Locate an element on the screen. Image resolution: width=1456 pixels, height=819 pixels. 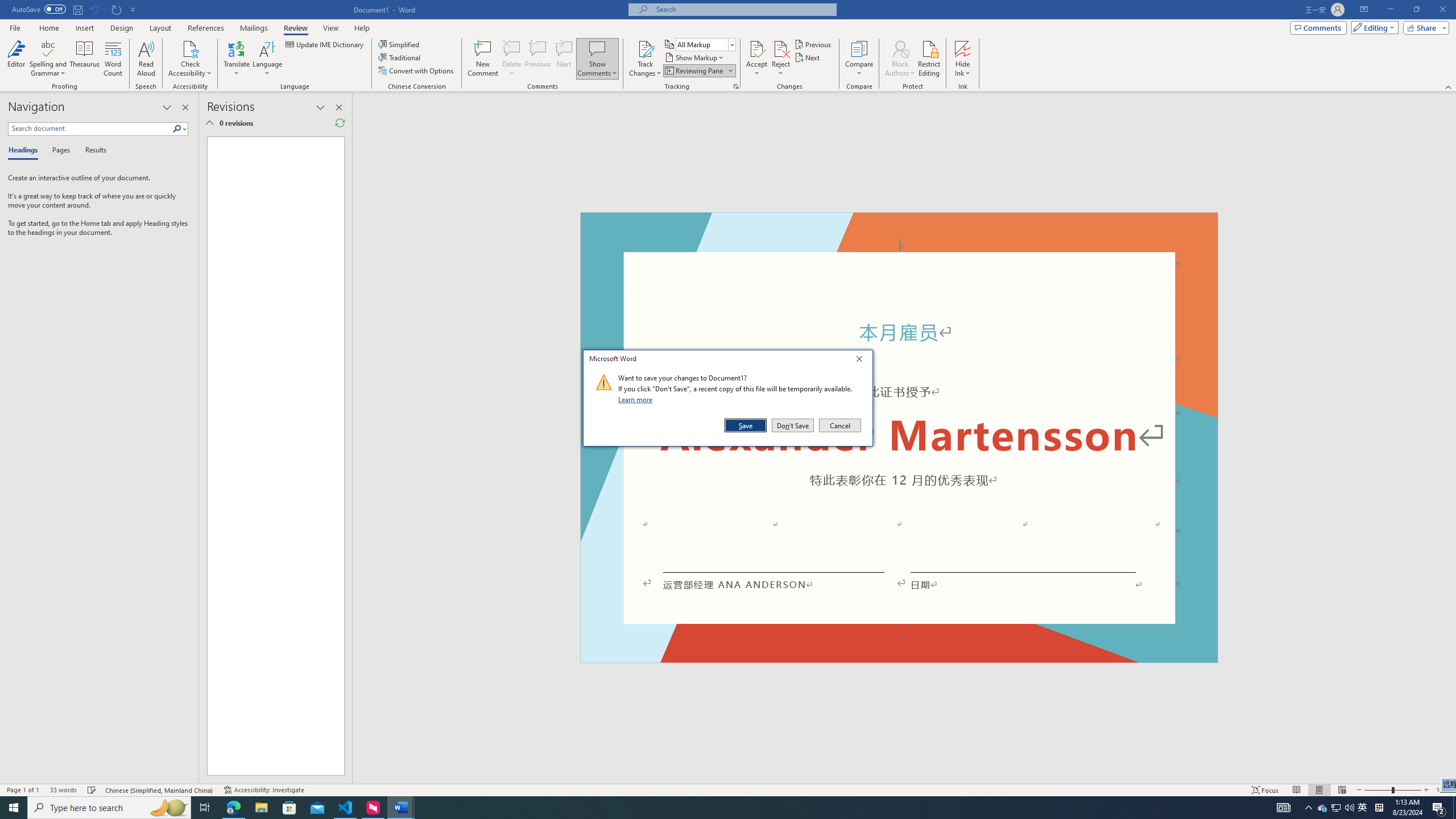
'Notification Chevron' is located at coordinates (1308, 806).